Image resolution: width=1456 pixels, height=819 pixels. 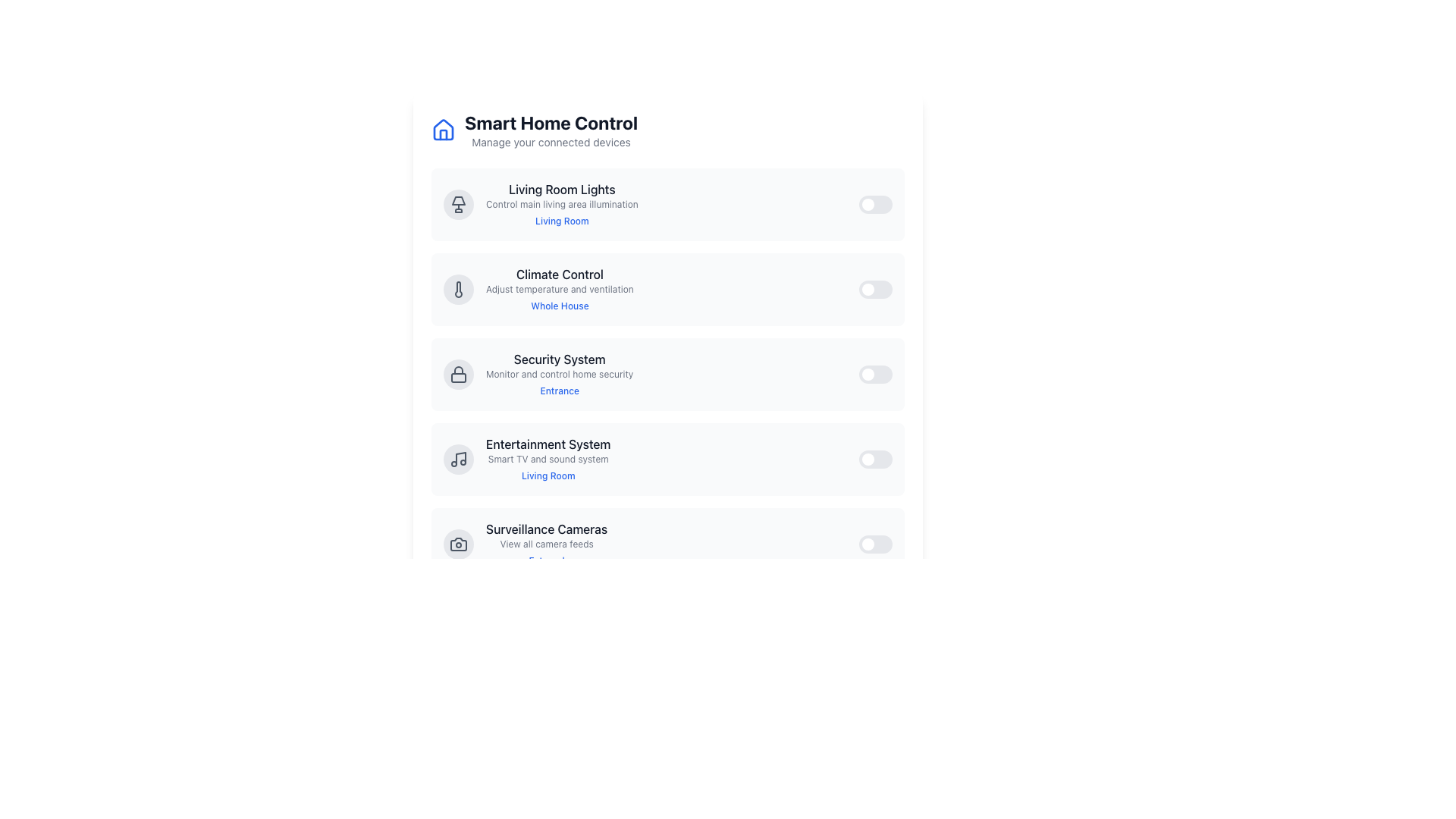 I want to click on the circular icon button with a gray background and a lock icon, located to the left of the 'Security System' text, so click(x=457, y=374).